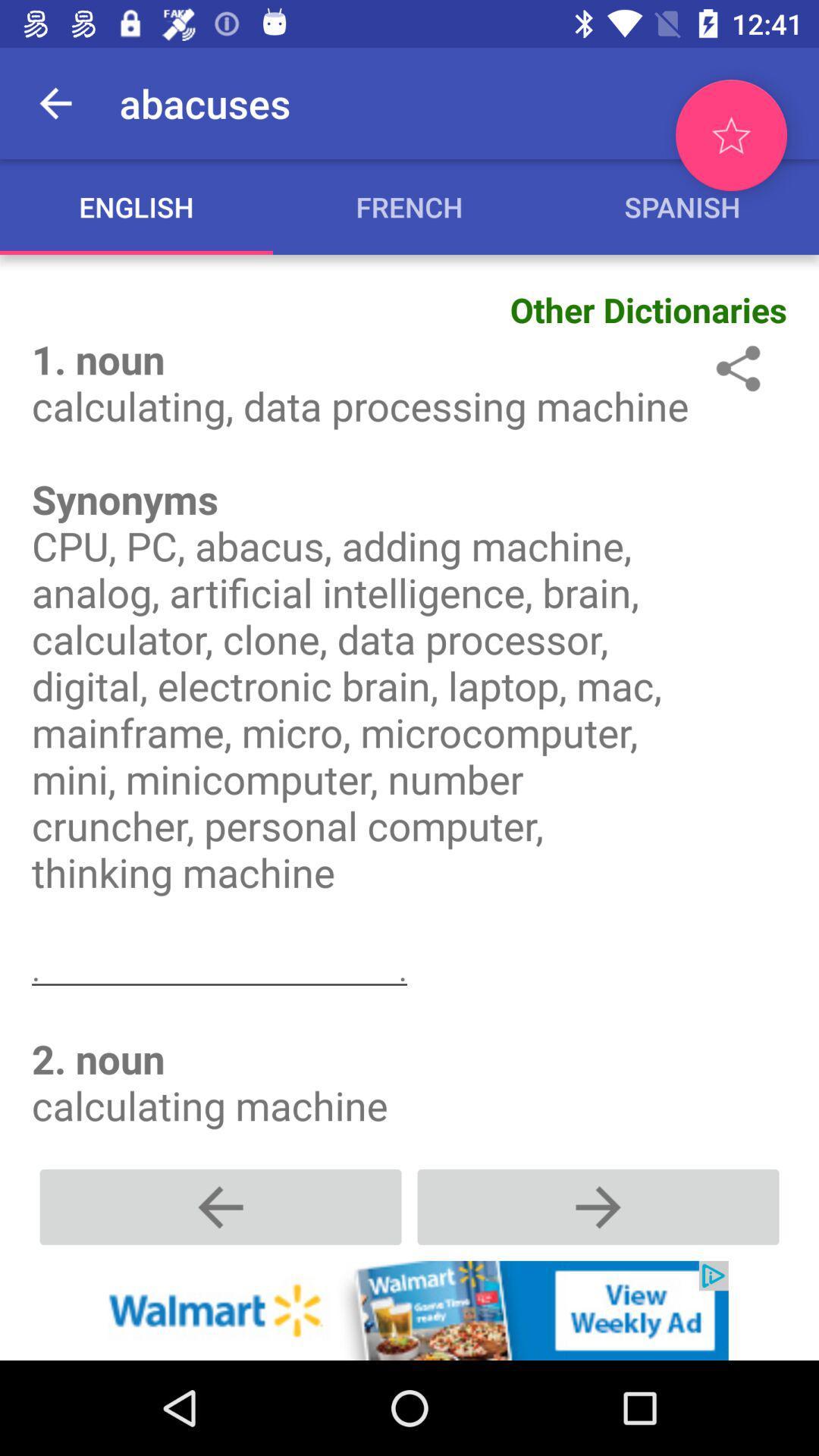 This screenshot has width=819, height=1456. Describe the element at coordinates (735, 368) in the screenshot. I see `share` at that location.